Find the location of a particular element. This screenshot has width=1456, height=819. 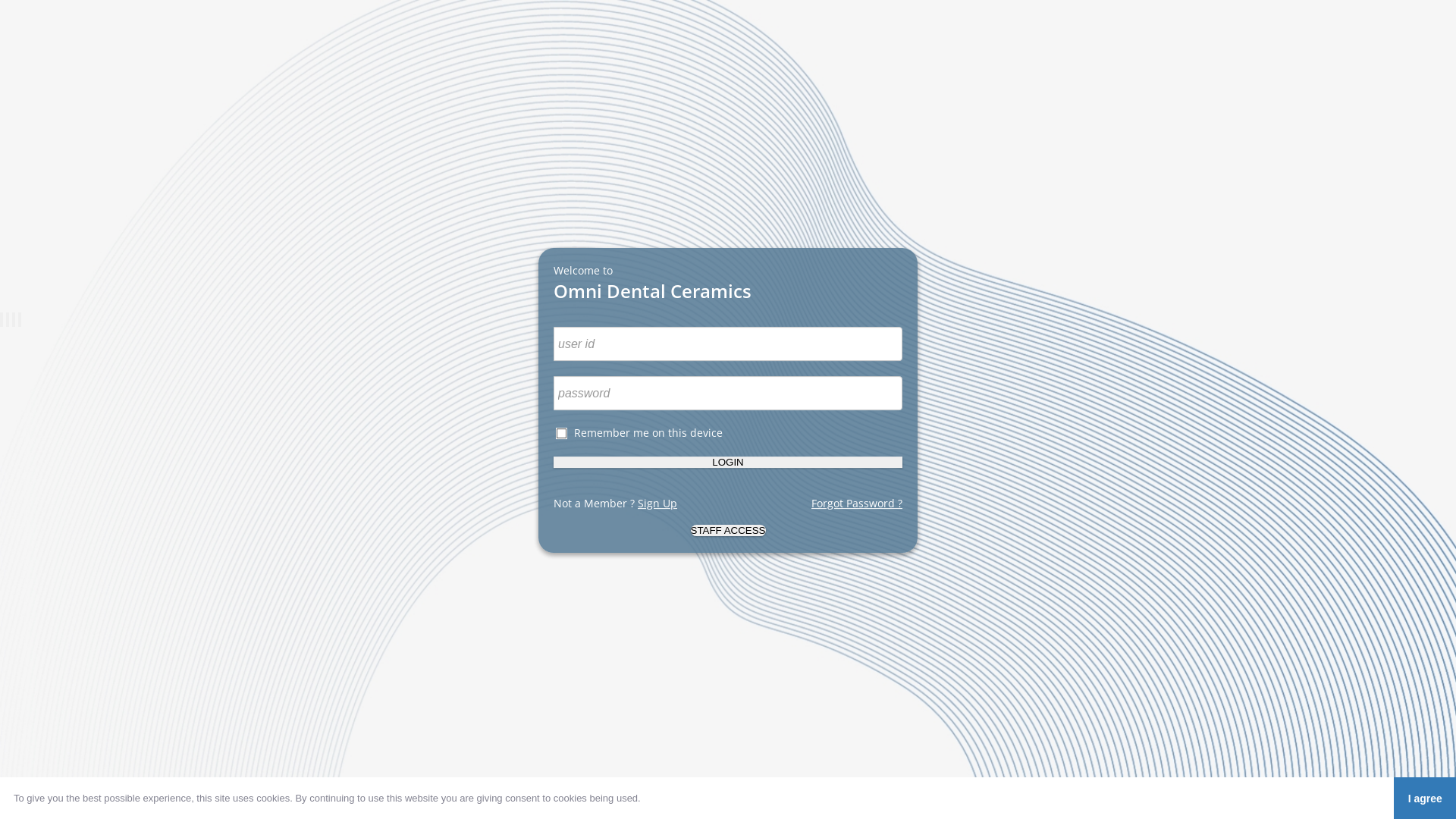

'staff access' is located at coordinates (726, 529).